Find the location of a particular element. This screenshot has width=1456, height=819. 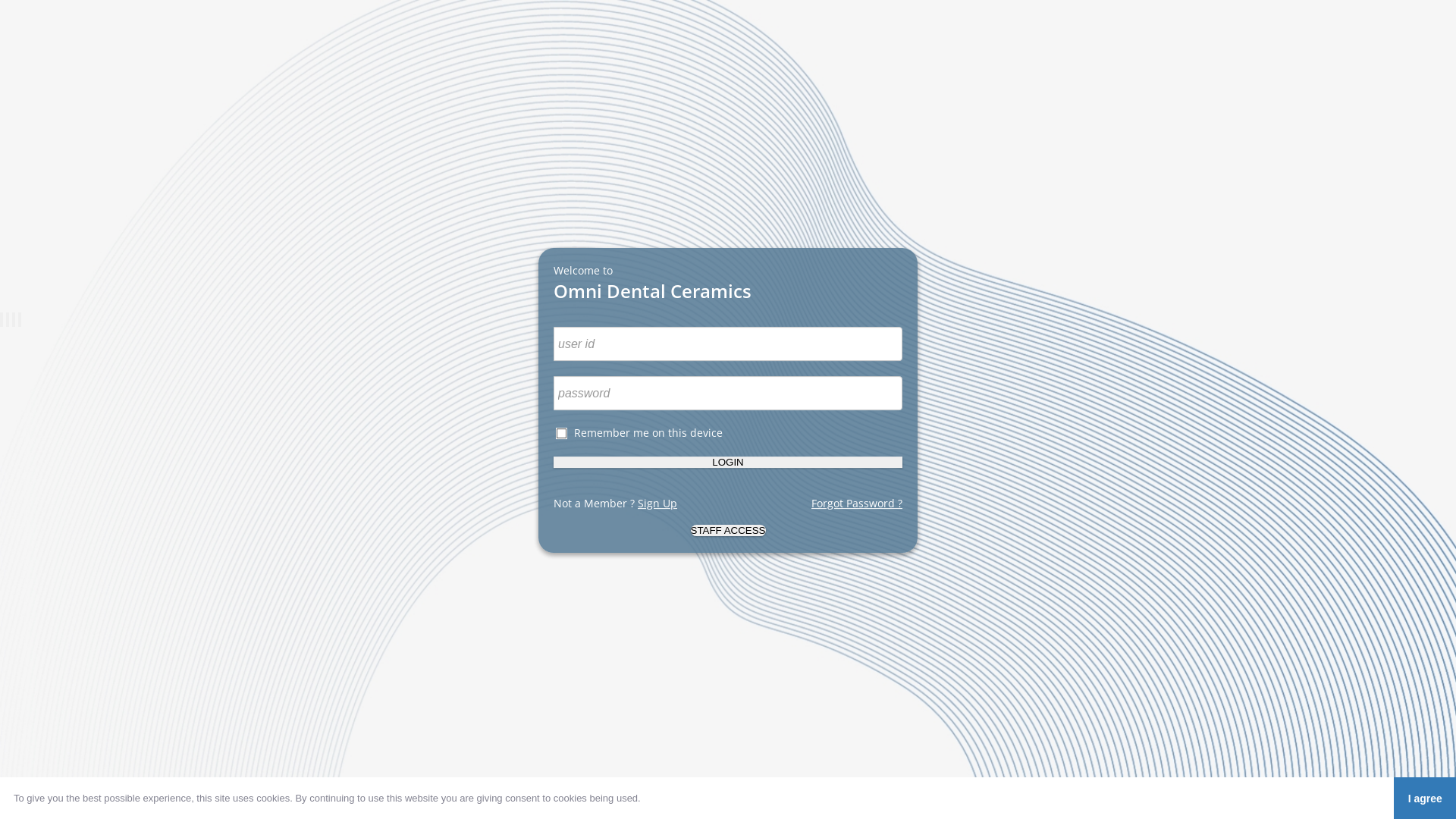

'staff access' is located at coordinates (726, 529).